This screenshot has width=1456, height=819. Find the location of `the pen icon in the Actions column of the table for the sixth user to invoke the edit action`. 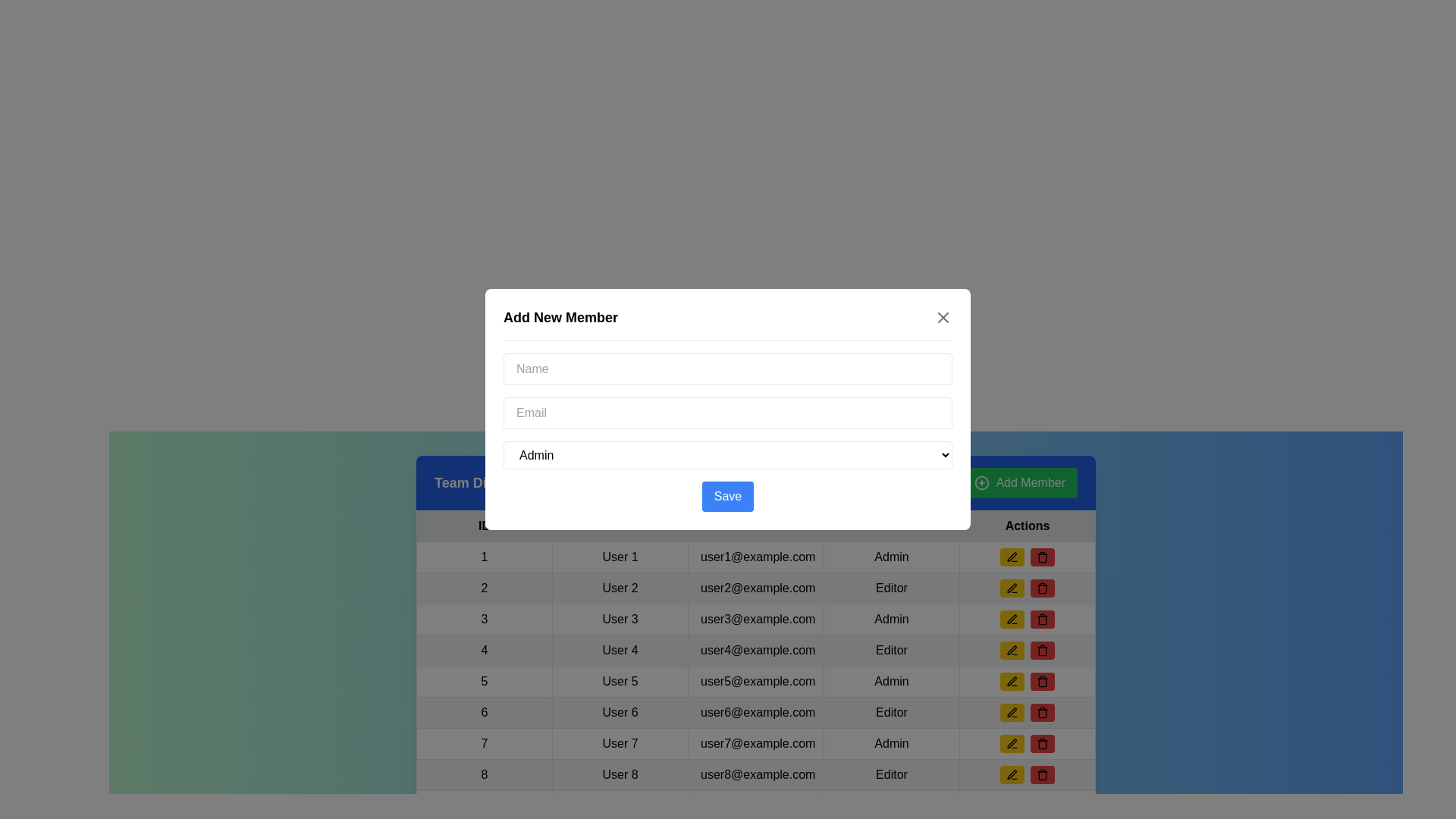

the pen icon in the Actions column of the table for the sixth user to invoke the edit action is located at coordinates (1012, 713).